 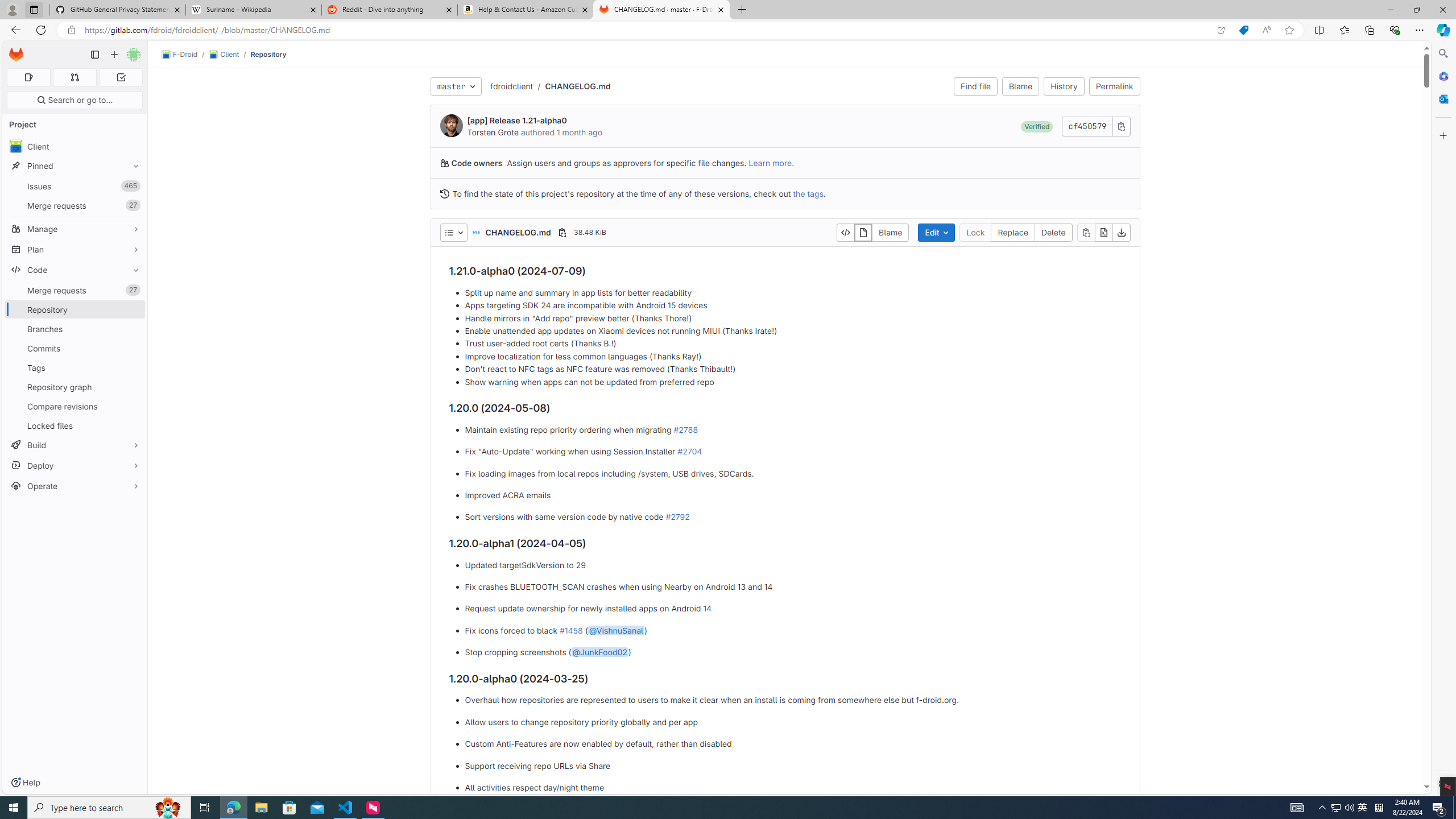 What do you see at coordinates (74, 229) in the screenshot?
I see `'Manage'` at bounding box center [74, 229].